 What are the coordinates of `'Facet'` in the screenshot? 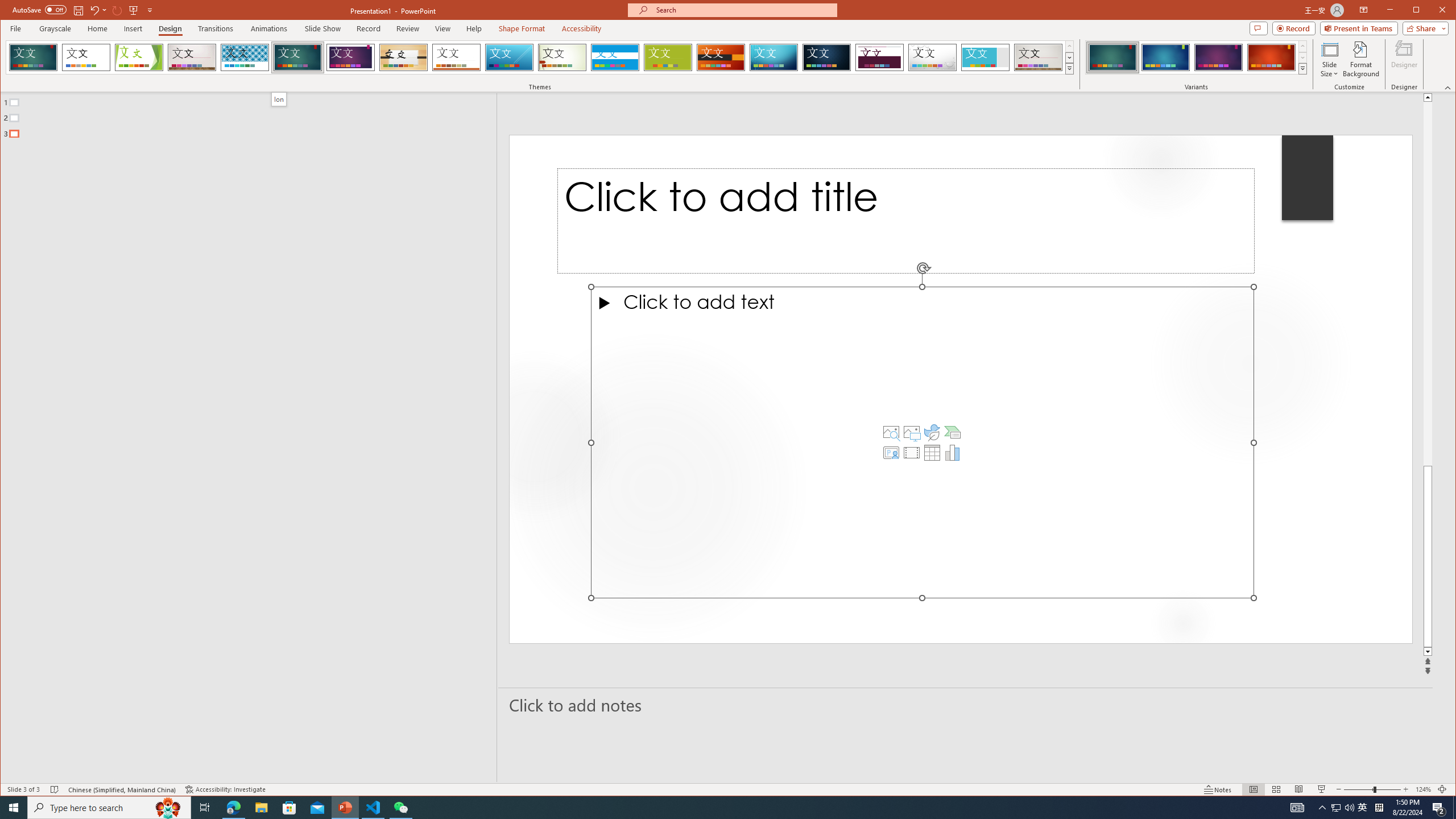 It's located at (139, 57).